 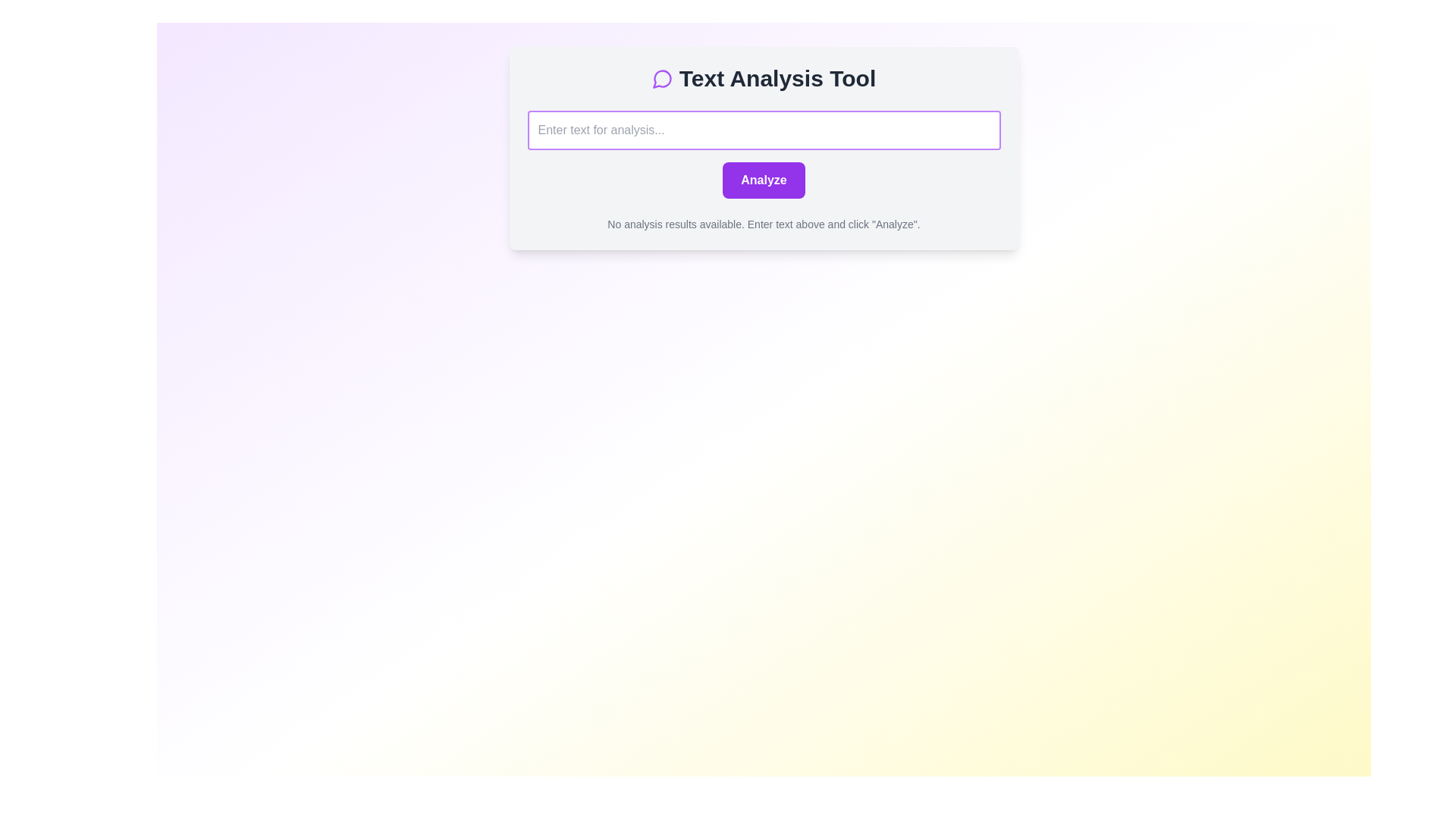 What do you see at coordinates (764, 155) in the screenshot?
I see `the 'Analyze' button, which is part of a composite UI element consisting of a text input field and a button, styled with a vibrant purple background and white text, located centrally below the title 'Text Analysis Tool'` at bounding box center [764, 155].